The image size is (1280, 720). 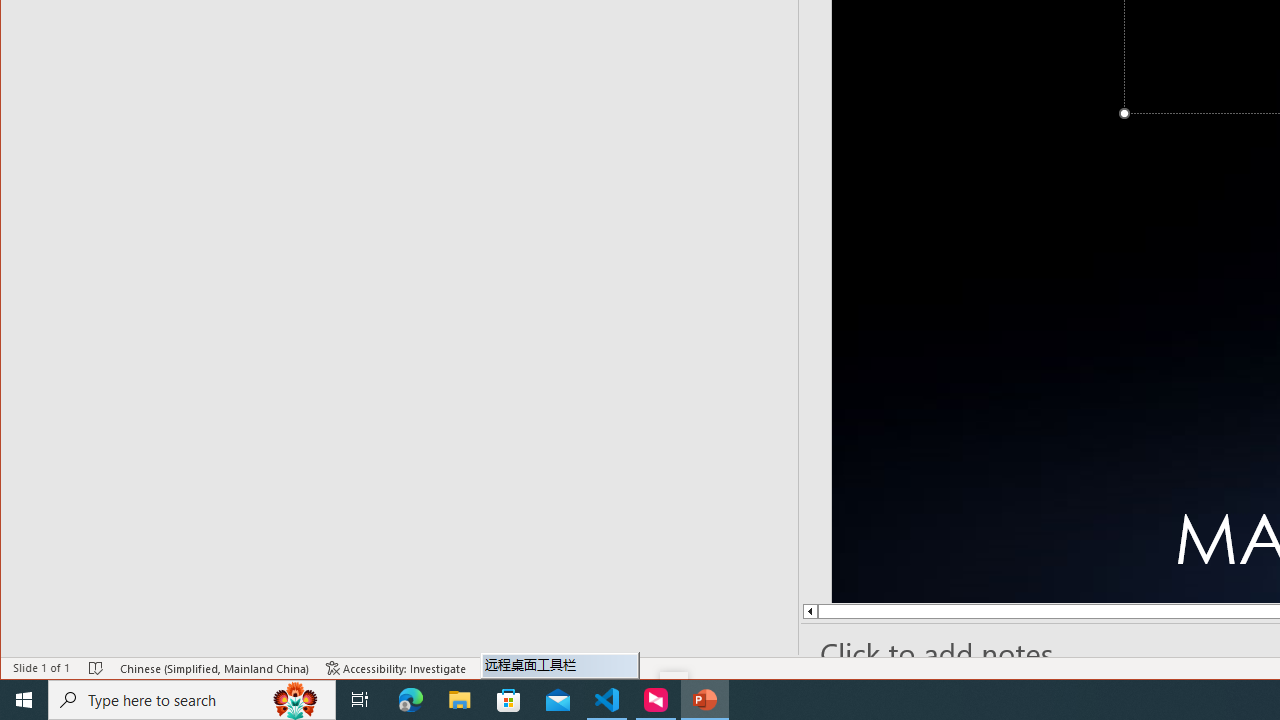 What do you see at coordinates (606, 698) in the screenshot?
I see `'Visual Studio Code - 1 running window'` at bounding box center [606, 698].